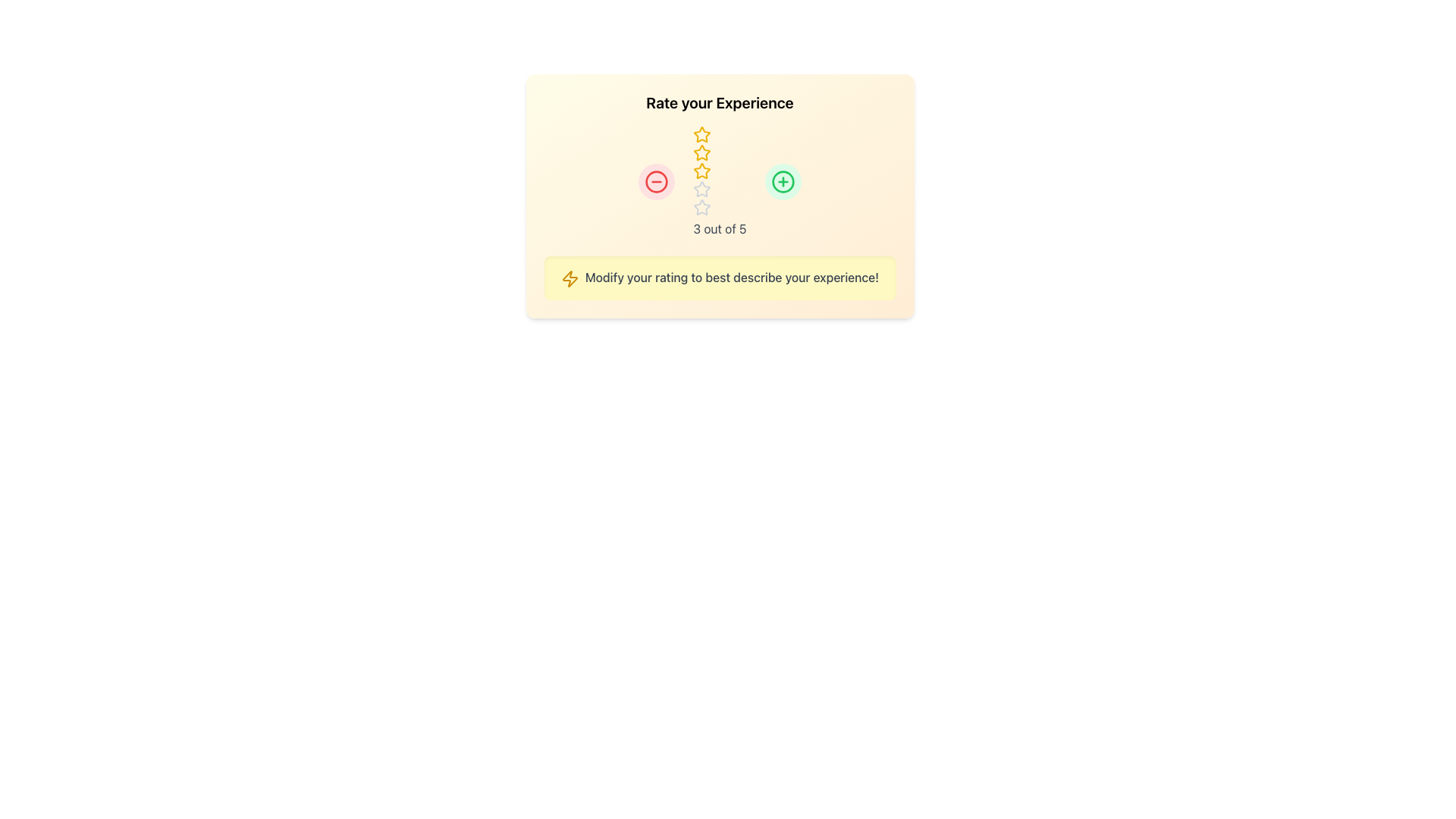 The image size is (1456, 819). I want to click on the rating stars in the information card that prompts 'Rate your Experience' with a vertical gradient background from yellow to orange, so click(719, 195).